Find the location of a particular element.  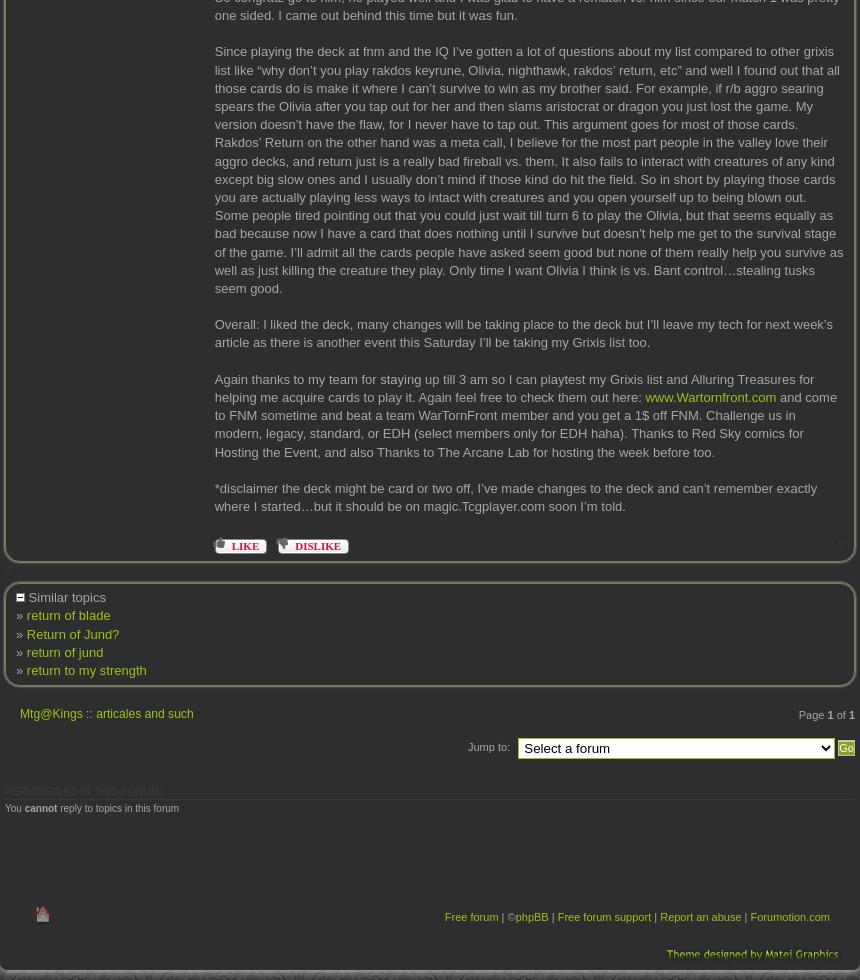

'phpBB' is located at coordinates (530, 916).